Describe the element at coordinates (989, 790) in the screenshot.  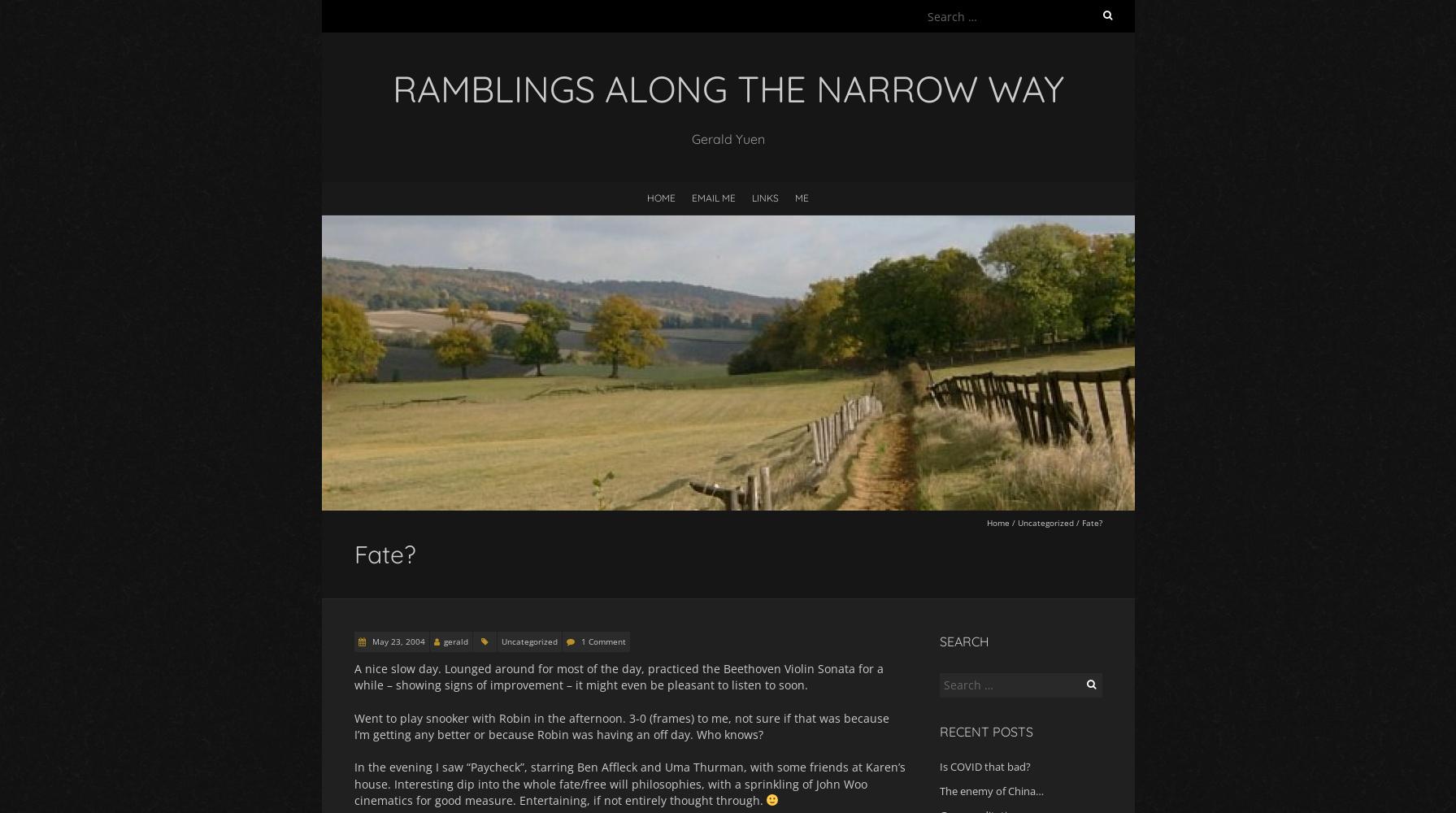
I see `'The enemy of China…'` at that location.